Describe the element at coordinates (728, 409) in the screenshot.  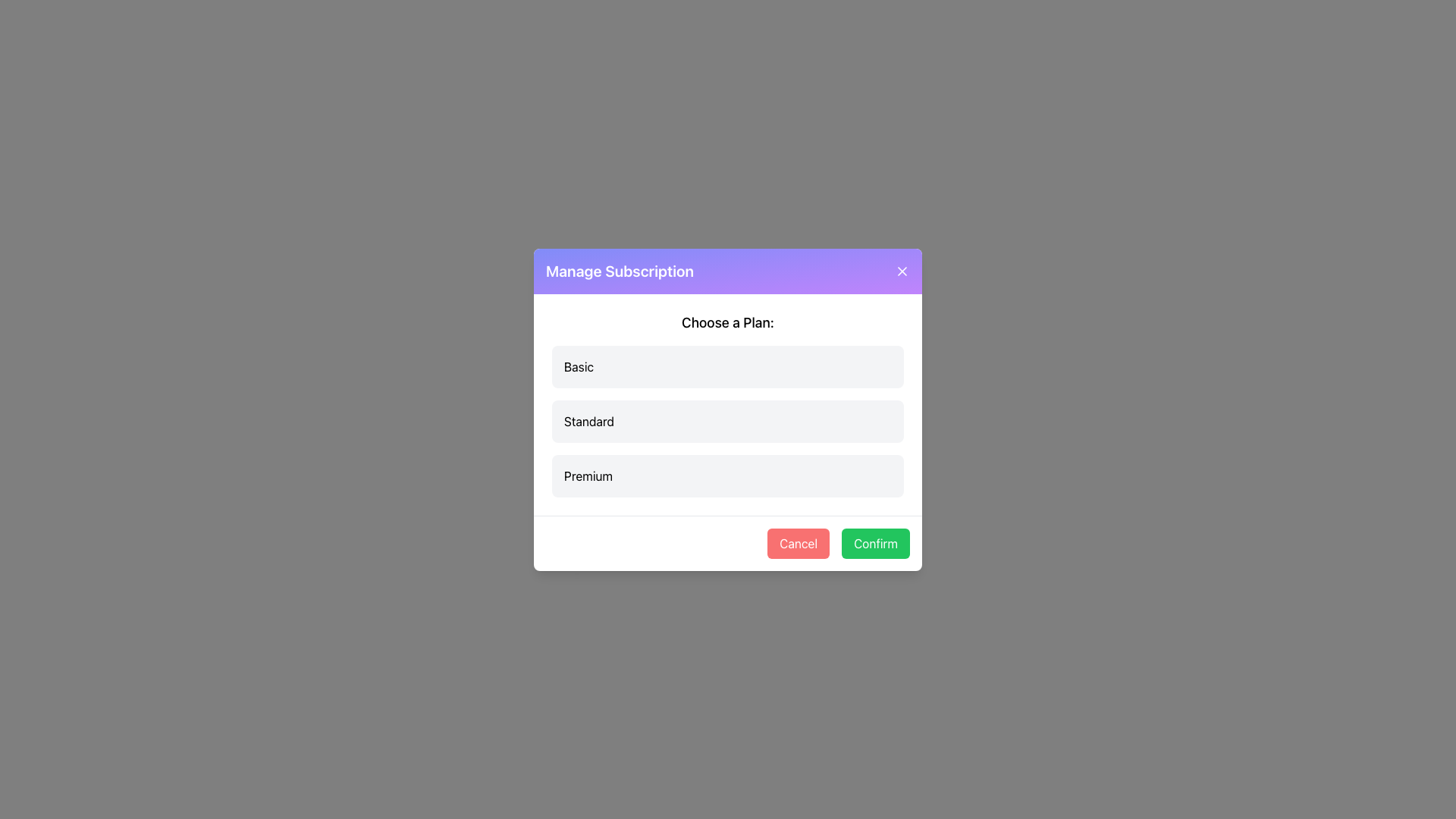
I see `the subscription options in the centrally located modal dialog for subscription management` at that location.